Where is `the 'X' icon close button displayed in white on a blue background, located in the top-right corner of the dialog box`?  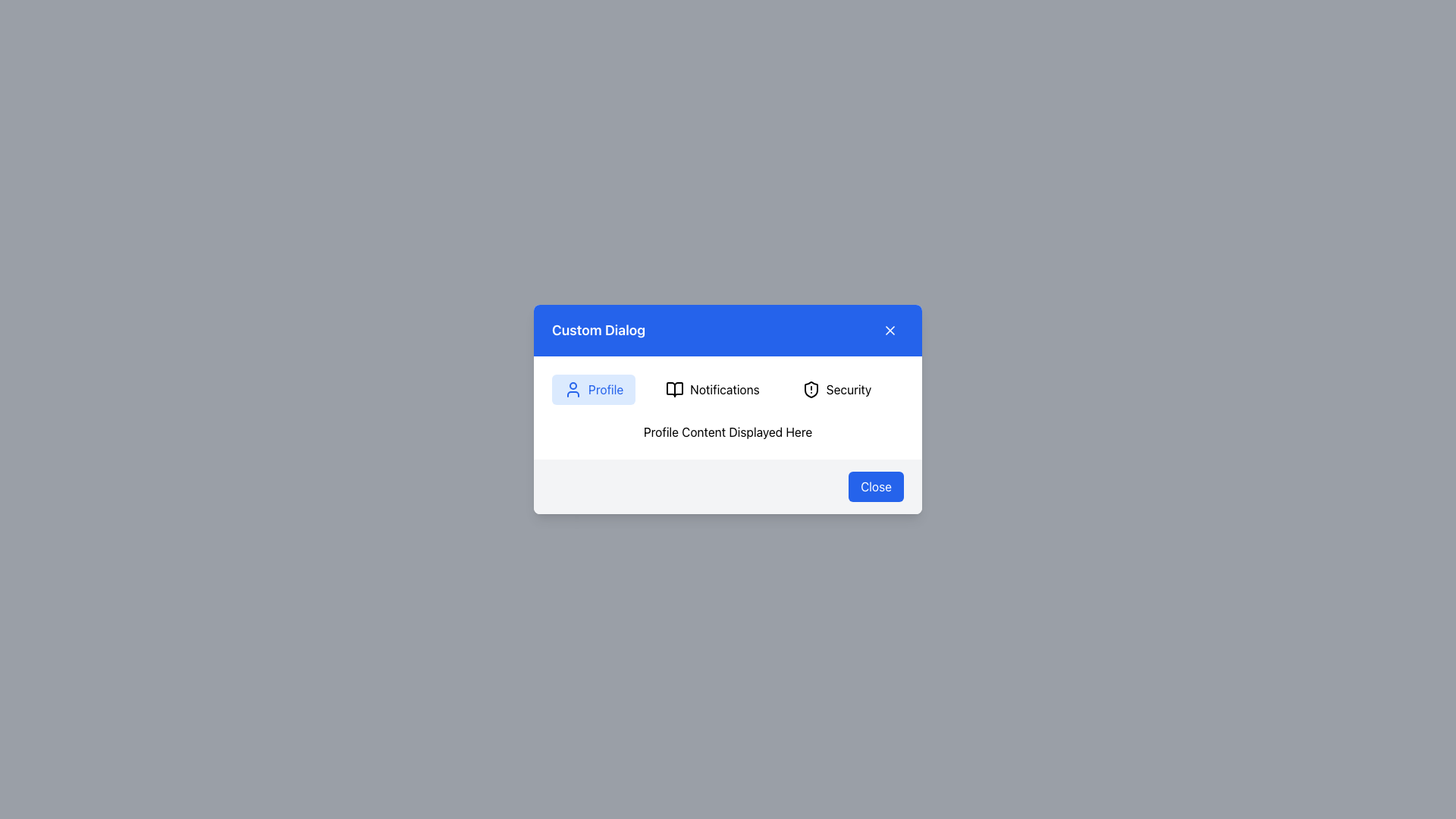
the 'X' icon close button displayed in white on a blue background, located in the top-right corner of the dialog box is located at coordinates (890, 329).